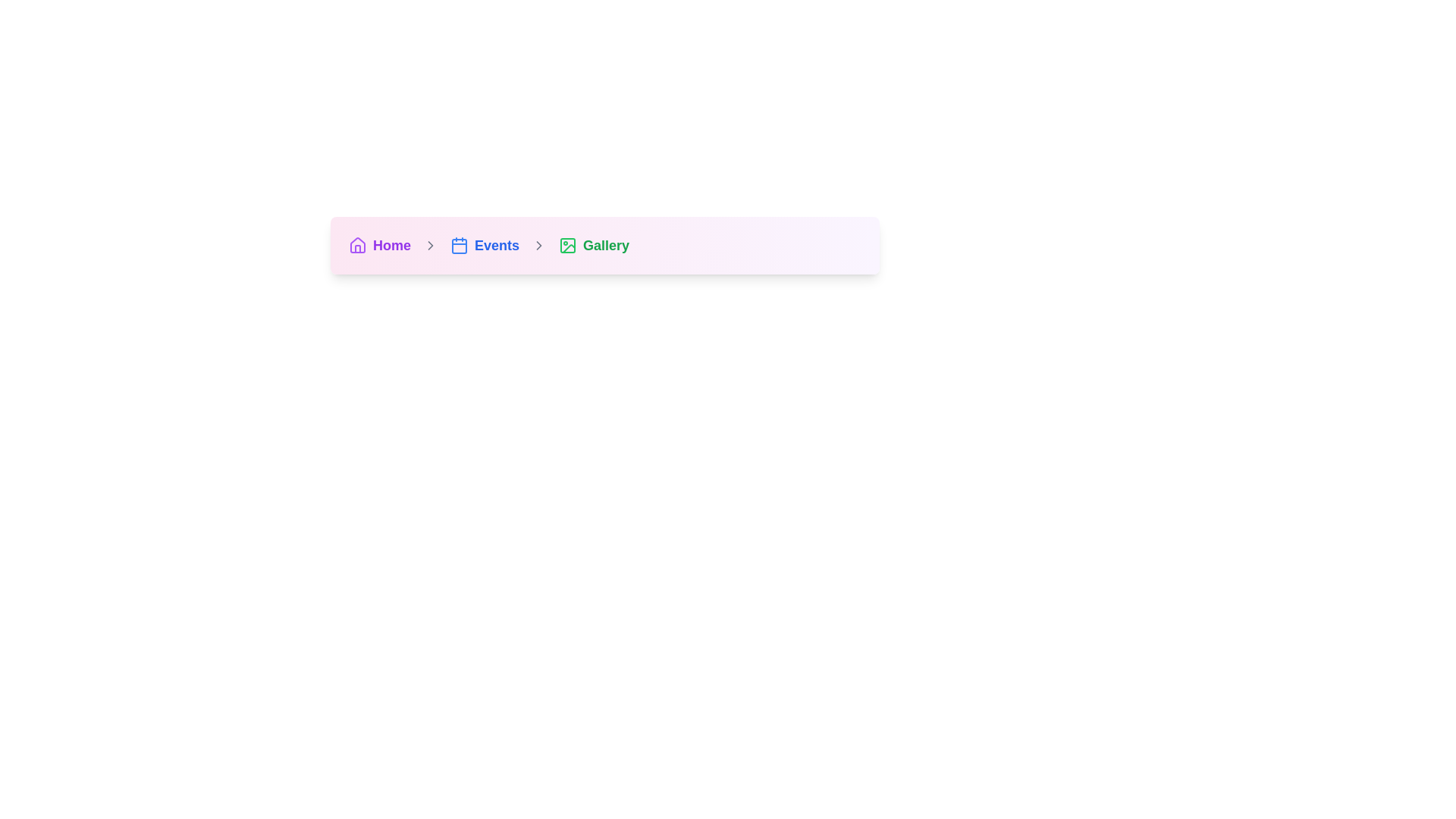  Describe the element at coordinates (538, 245) in the screenshot. I see `the separator icon located between the 'Events' and 'Gallery' sections in the breadcrumb navigation bar` at that location.